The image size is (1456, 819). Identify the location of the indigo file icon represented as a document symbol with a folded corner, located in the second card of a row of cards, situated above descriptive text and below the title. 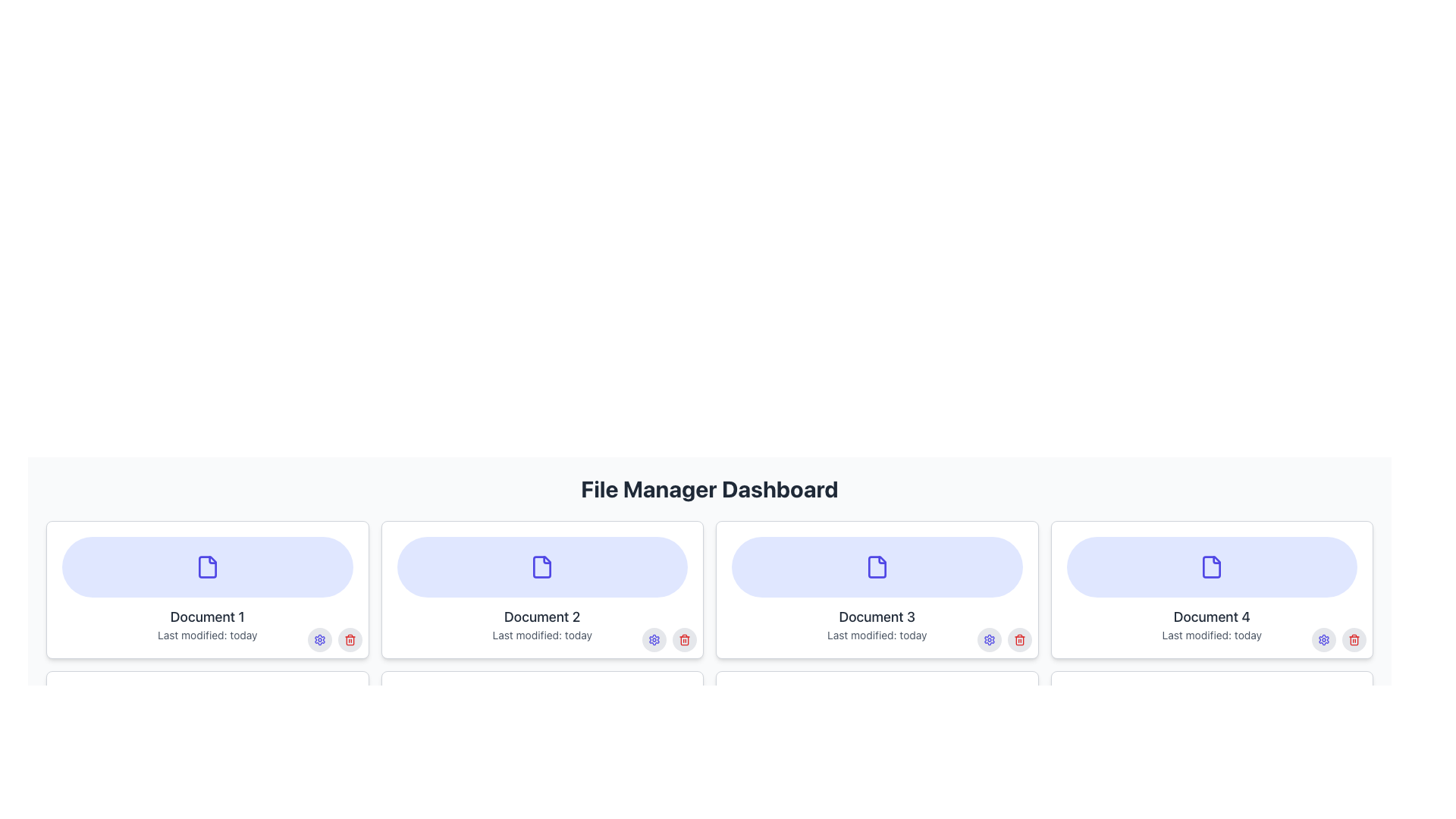
(542, 567).